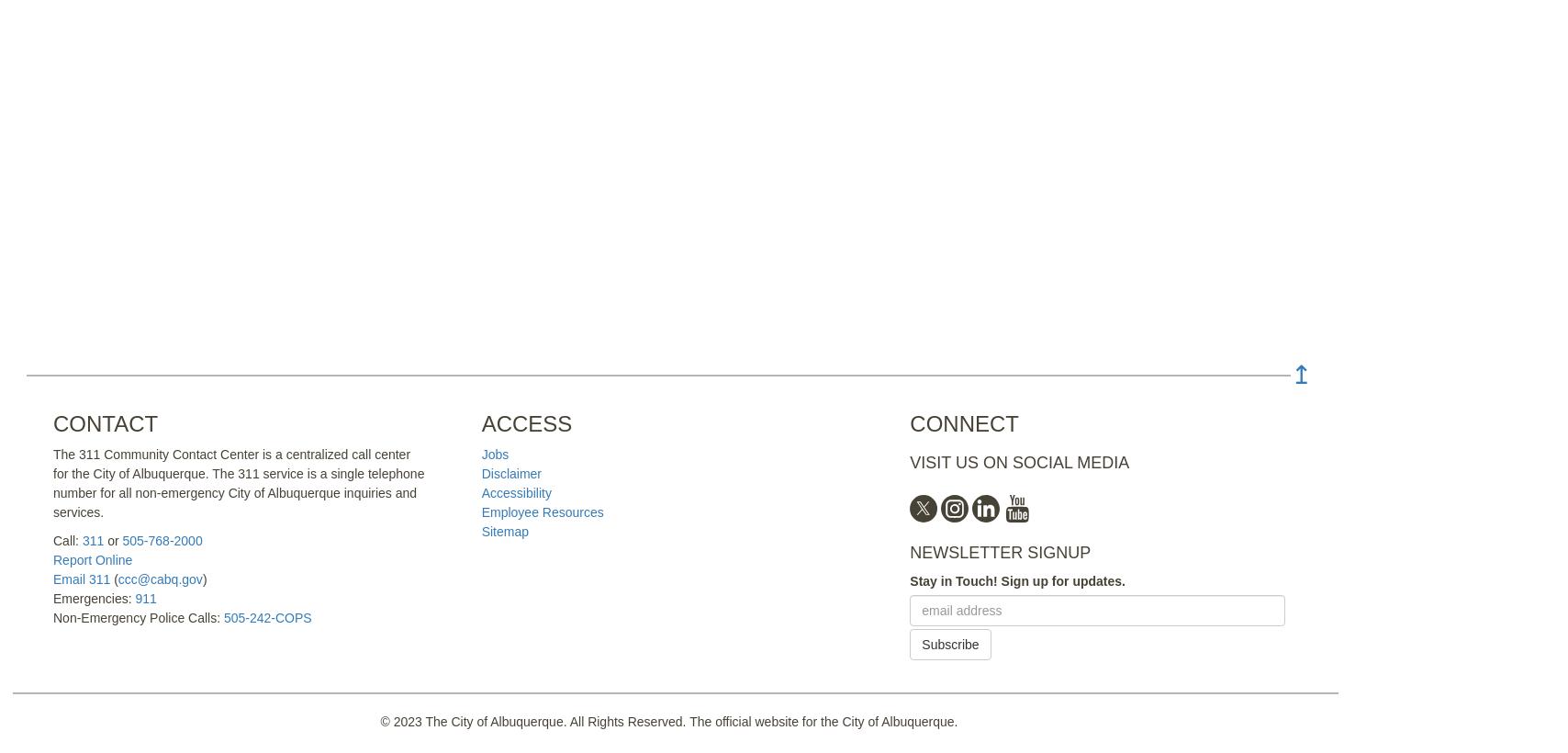 This screenshot has height=753, width=1568. What do you see at coordinates (160, 578) in the screenshot?
I see `'ccc@cabq.gov'` at bounding box center [160, 578].